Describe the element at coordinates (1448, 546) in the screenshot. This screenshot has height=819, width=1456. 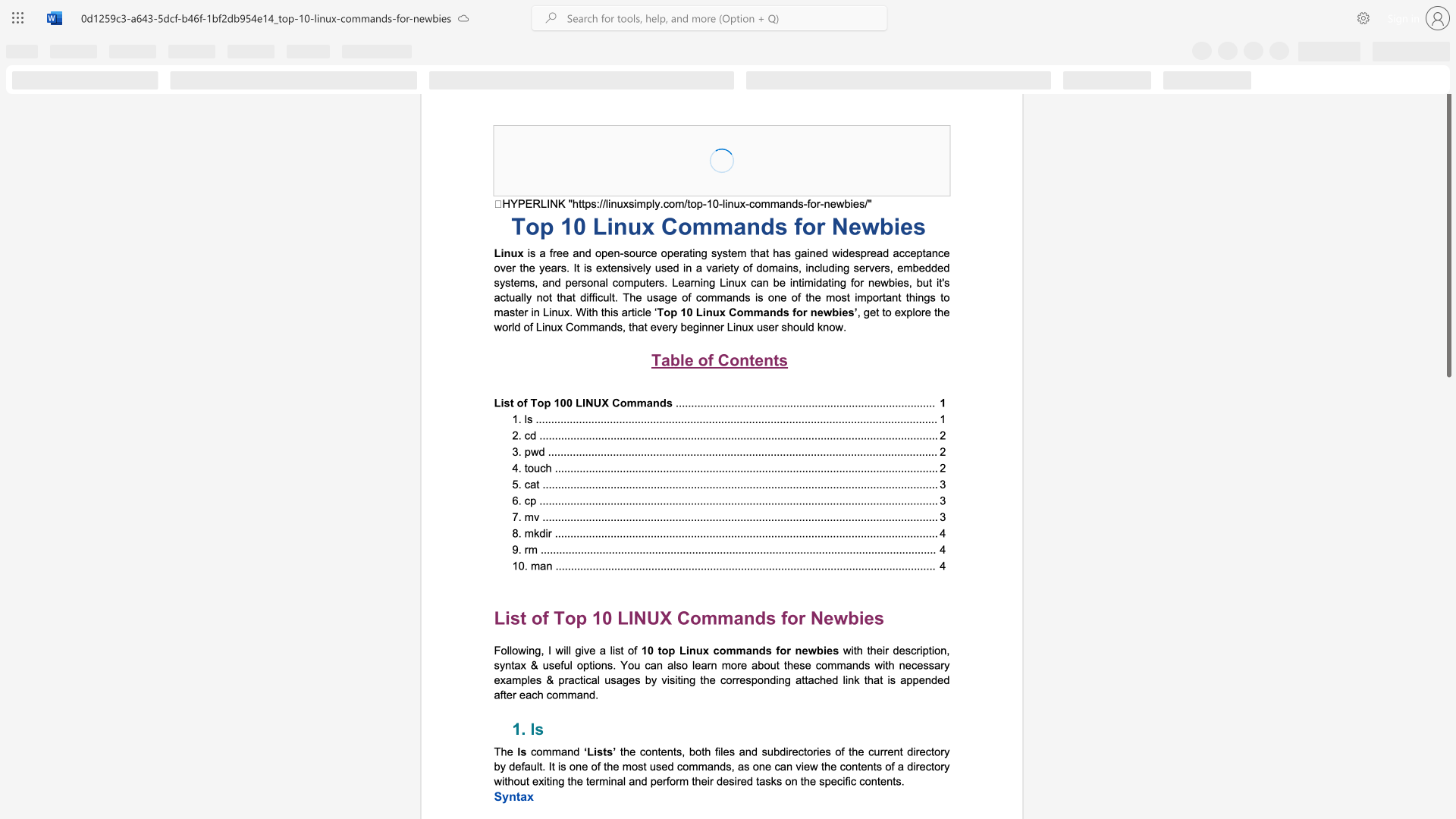
I see `the side scrollbar to bring the page down` at that location.